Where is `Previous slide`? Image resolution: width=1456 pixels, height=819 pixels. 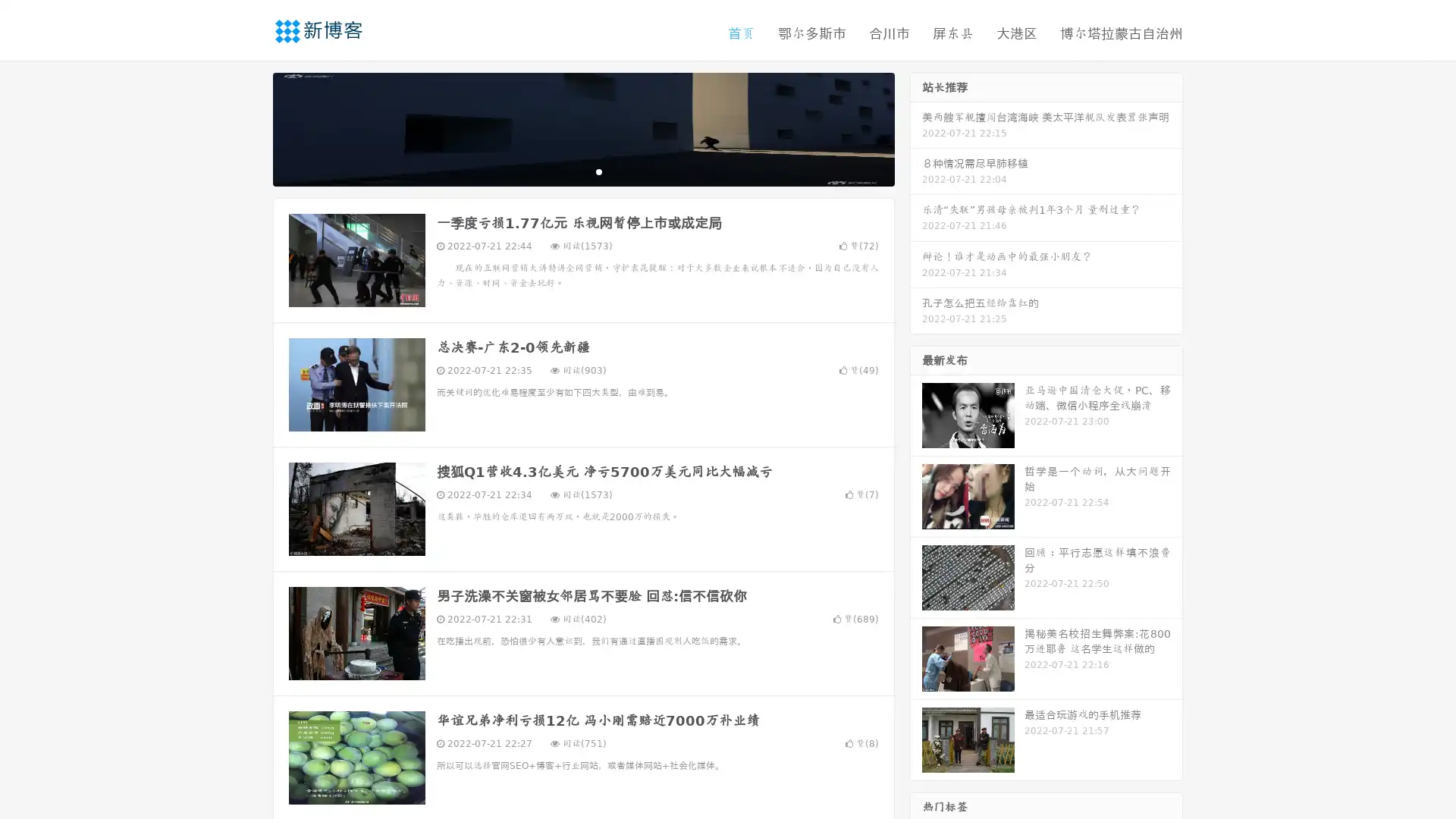
Previous slide is located at coordinates (250, 127).